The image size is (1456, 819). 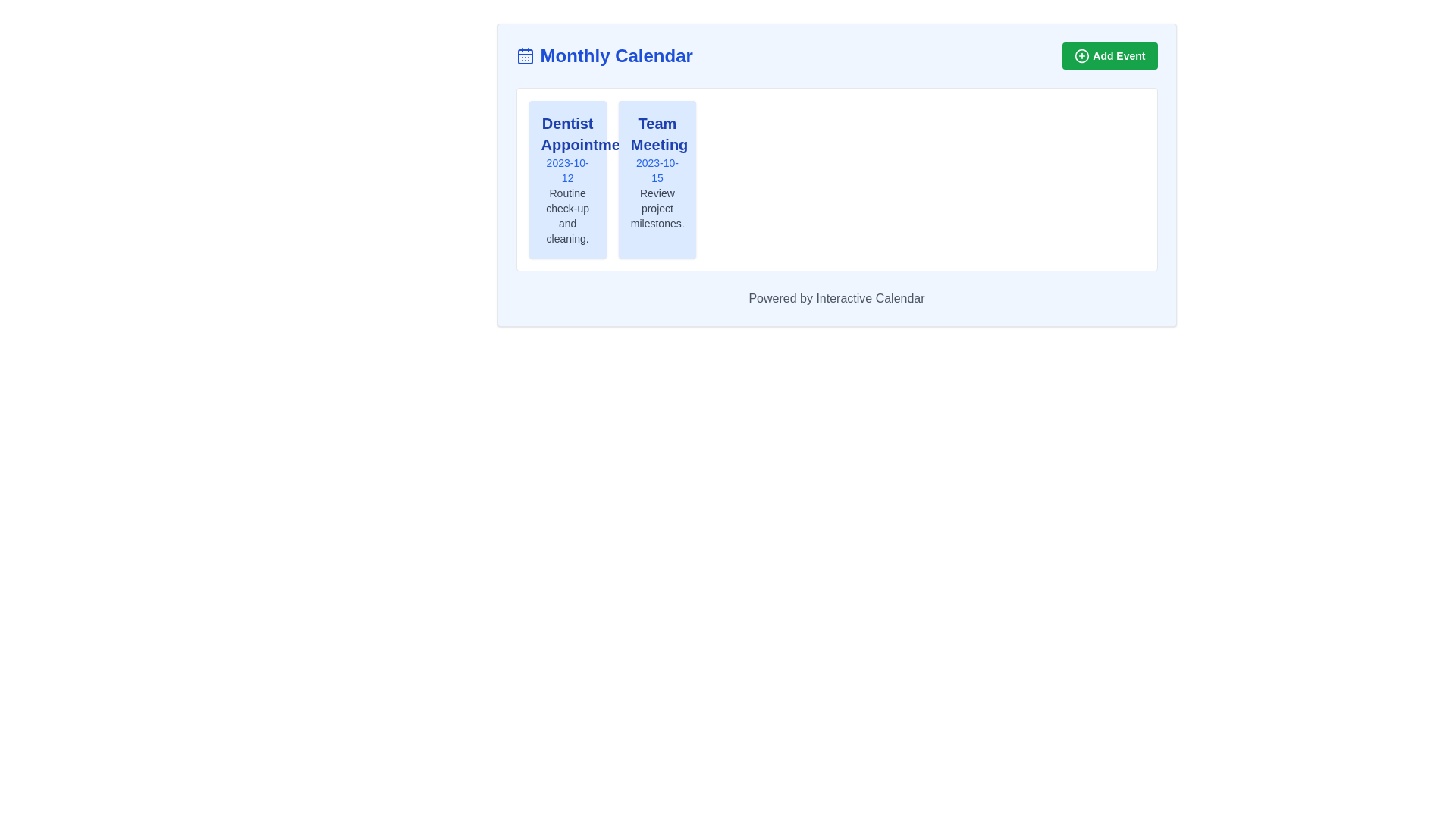 What do you see at coordinates (657, 133) in the screenshot?
I see `the Text Label that identifies and emphasizes the event name 'Team Meeting', which is located at the top of the right card in a two-card layout within a calendar grid` at bounding box center [657, 133].